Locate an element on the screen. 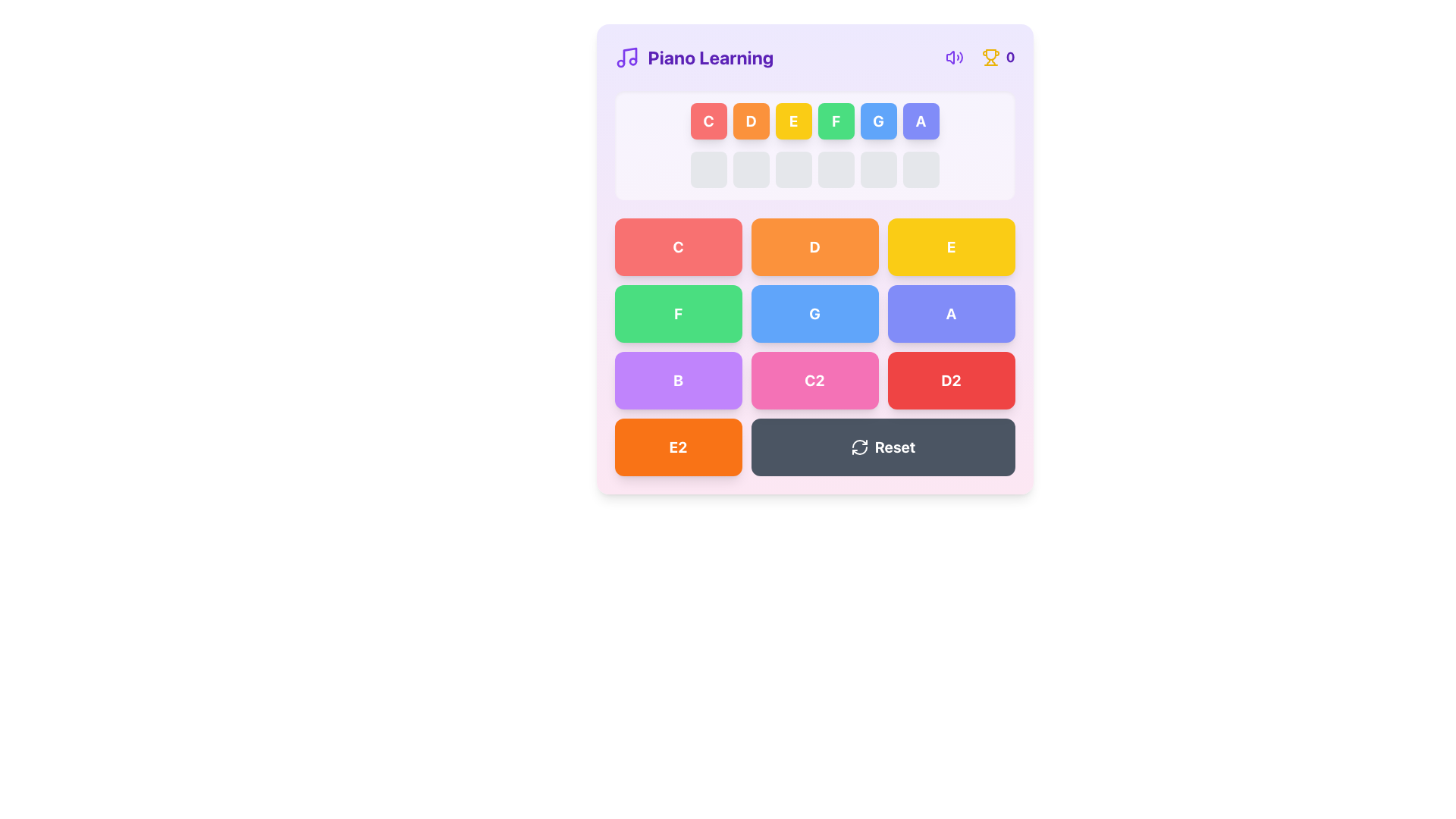 This screenshot has width=1456, height=819. the circular arrow icon associated with the action of refreshing or resetting, located to the left of the 'Reset' text in the bottom row of the interface is located at coordinates (859, 447).